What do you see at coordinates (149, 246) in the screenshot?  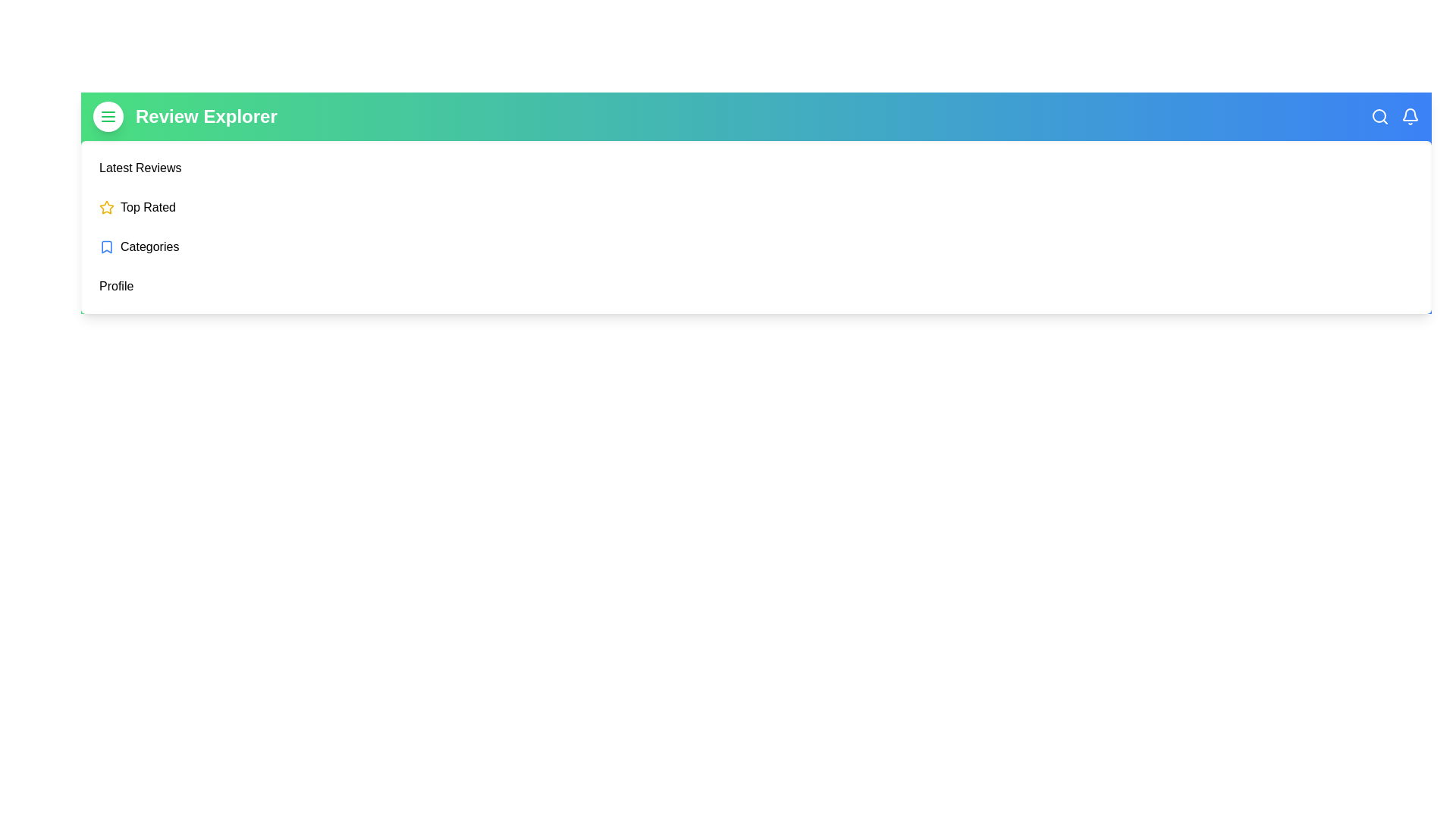 I see `the menu item corresponding to Categories to navigate to that section` at bounding box center [149, 246].